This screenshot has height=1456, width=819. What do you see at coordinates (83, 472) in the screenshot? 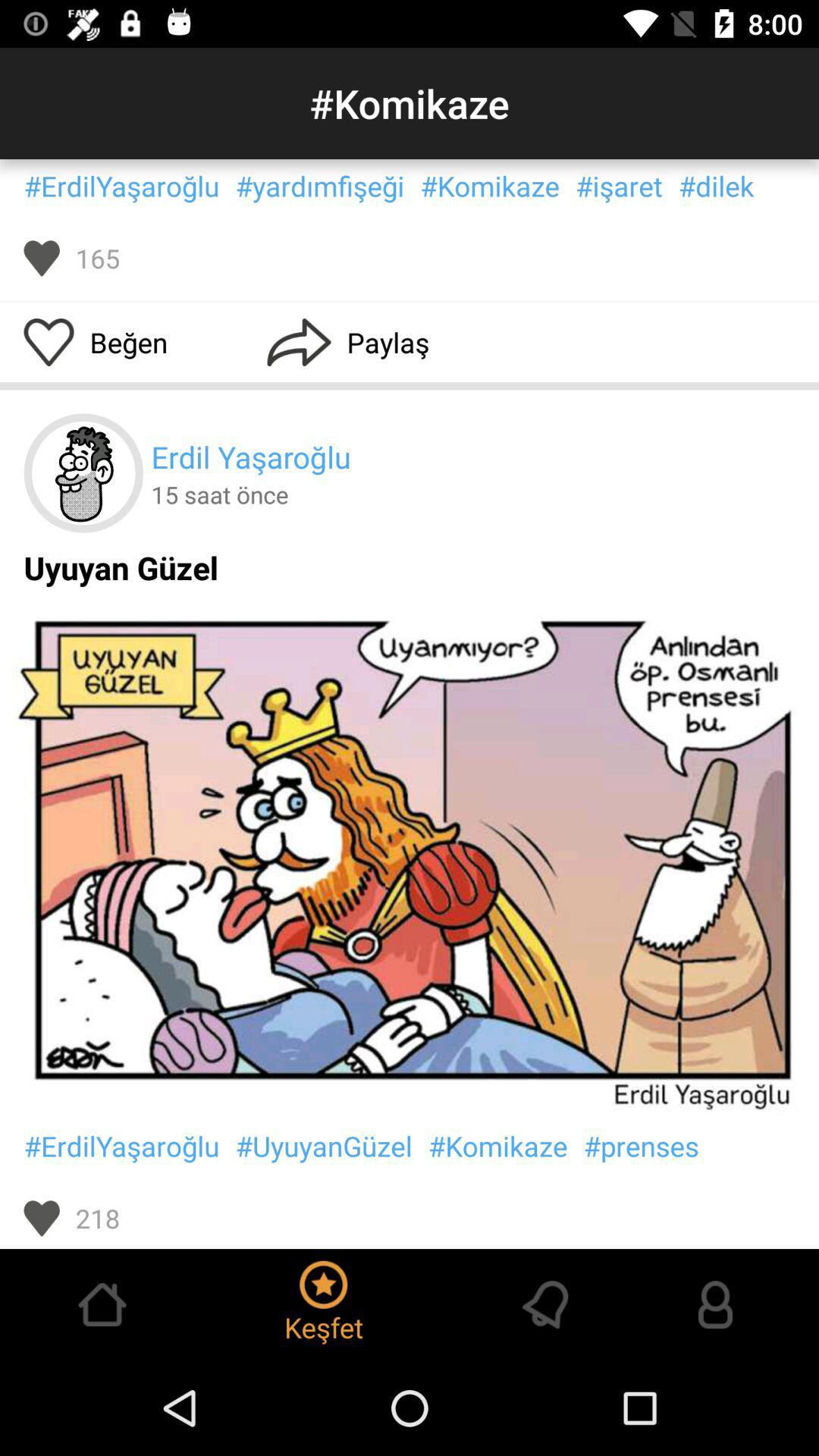
I see `the icon above uyuyan guzel` at bounding box center [83, 472].